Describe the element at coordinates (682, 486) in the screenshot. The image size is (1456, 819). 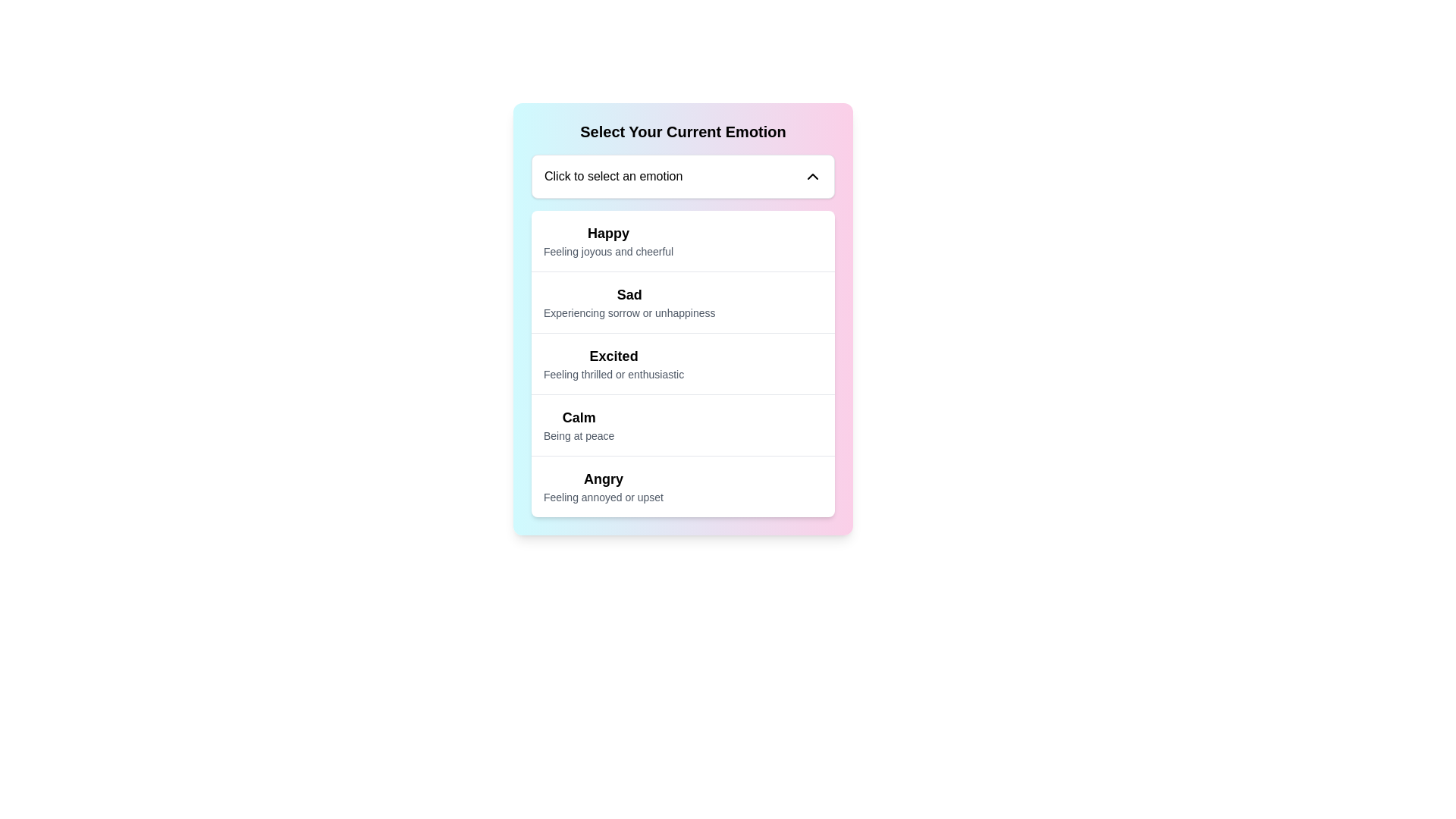
I see `the List item displaying 'Angry' which is the fifth entry in the emotion selection list` at that location.